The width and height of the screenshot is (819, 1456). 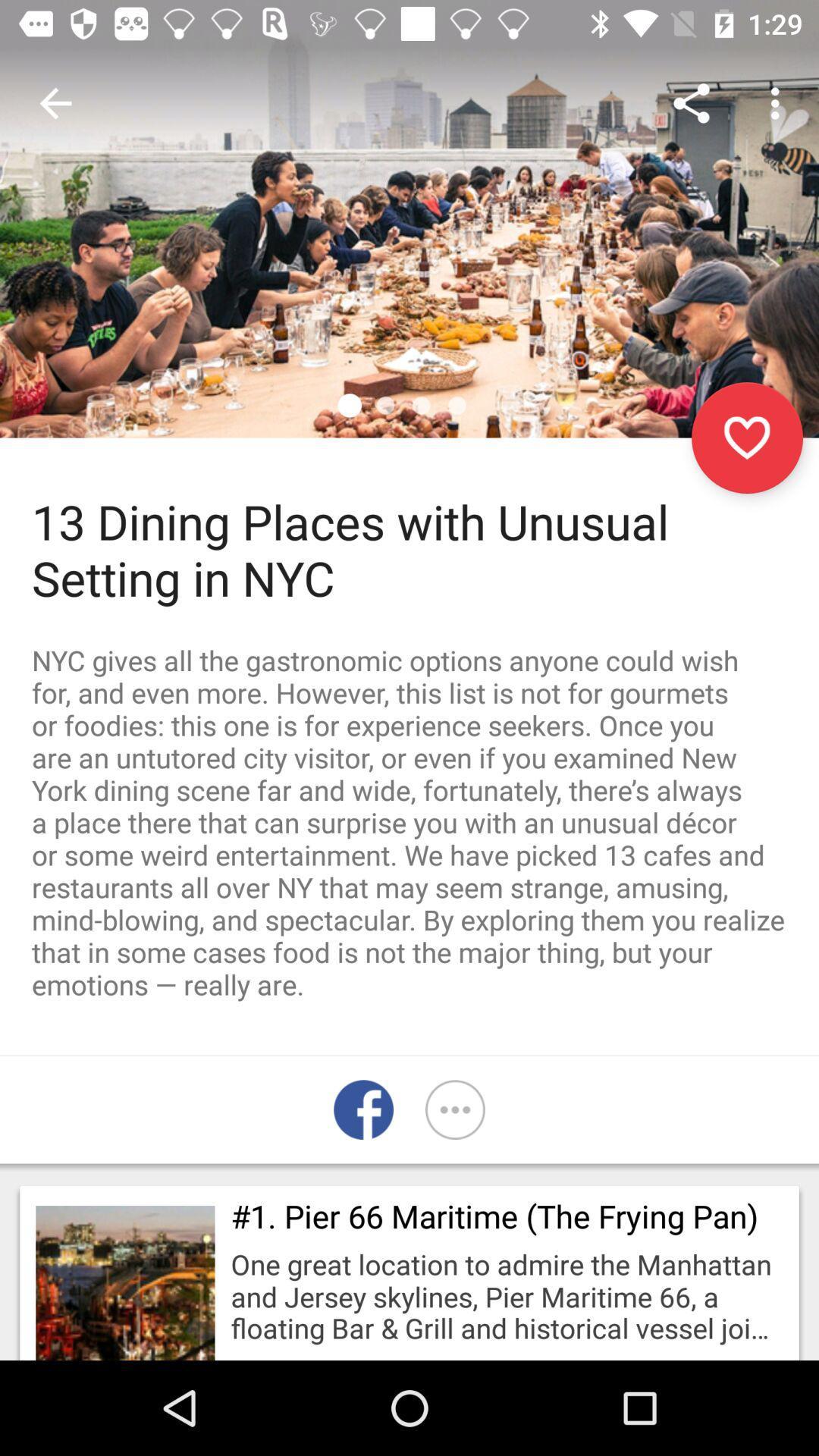 I want to click on mark as favorite, so click(x=746, y=437).